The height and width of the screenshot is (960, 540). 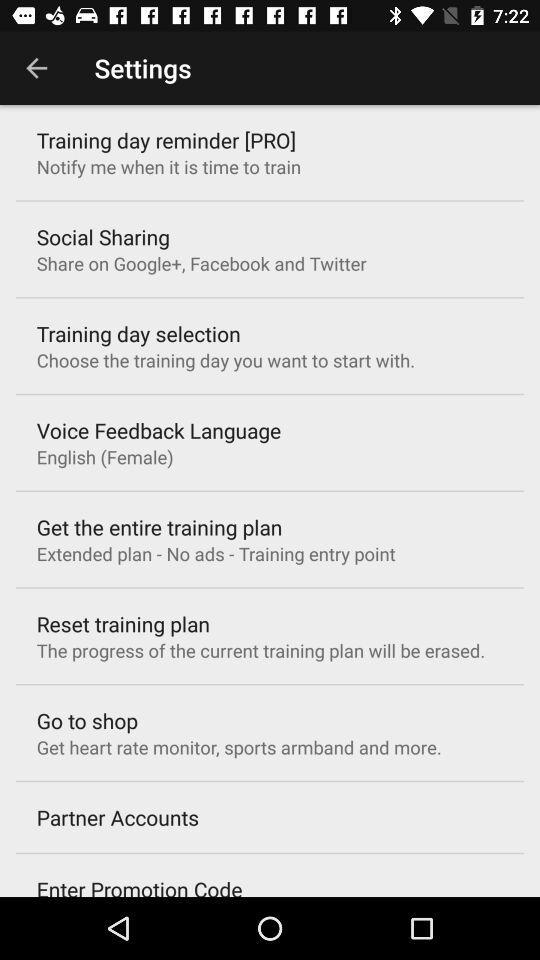 I want to click on item below the progress of item, so click(x=86, y=720).